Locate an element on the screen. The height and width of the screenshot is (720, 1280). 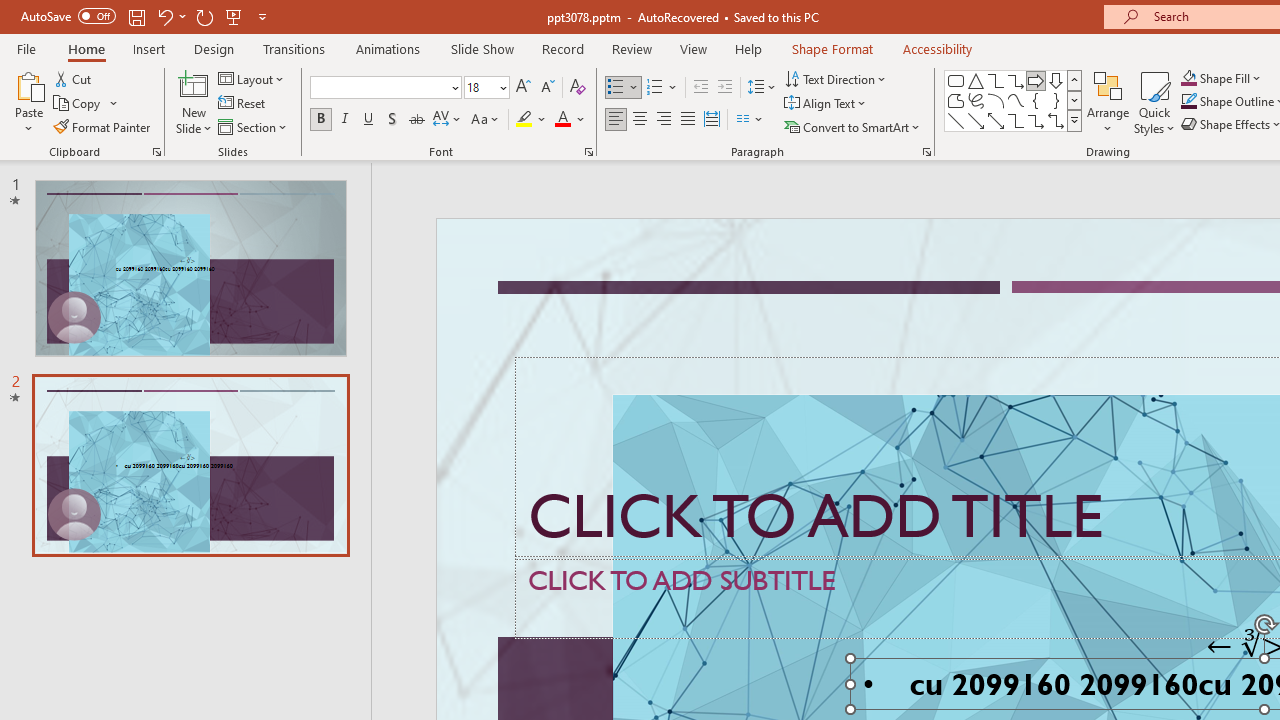
'Connector: Elbow Double-Arrow' is located at coordinates (1055, 120).